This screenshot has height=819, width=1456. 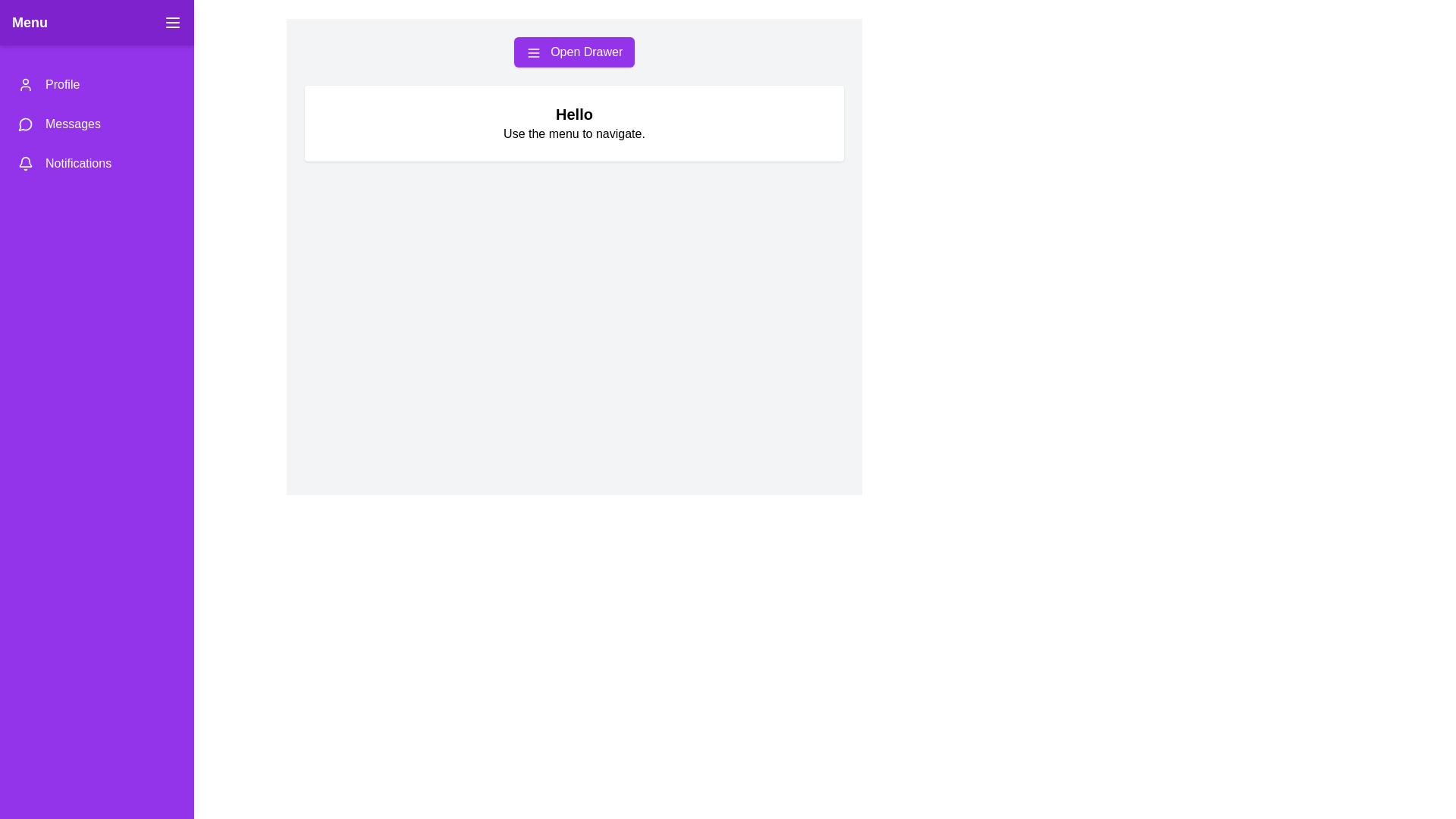 I want to click on the notifications icon, which is a purple bell graphic, so click(x=25, y=161).